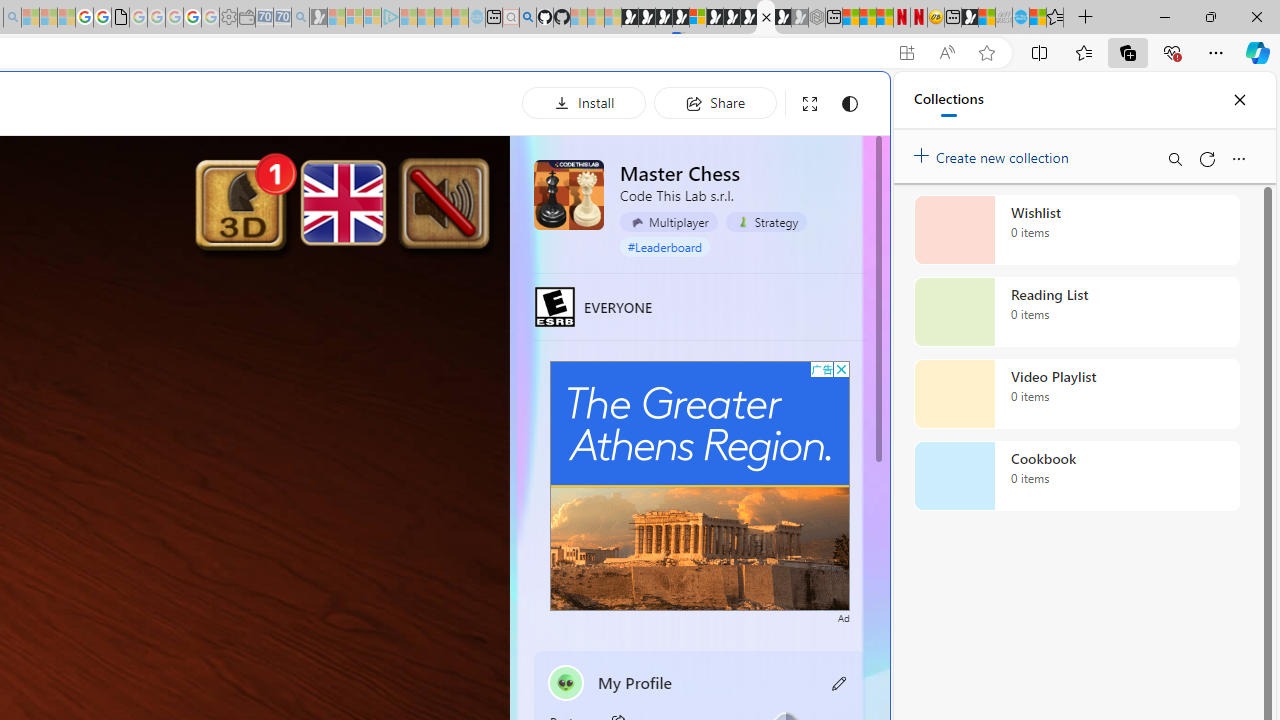  Describe the element at coordinates (668, 222) in the screenshot. I see `'Multiplayer'` at that location.